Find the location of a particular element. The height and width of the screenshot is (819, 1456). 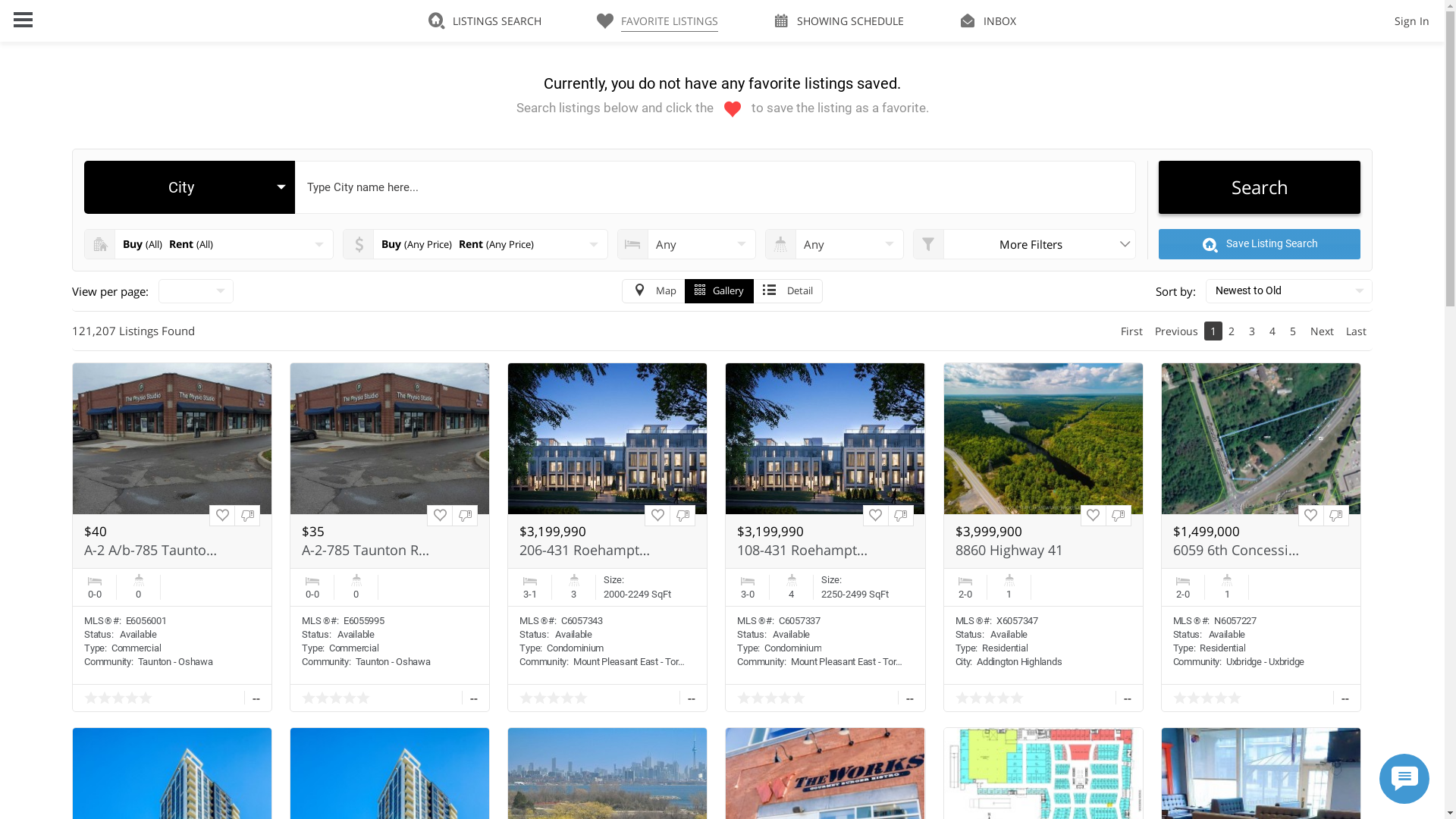

'Like' is located at coordinates (221, 514).